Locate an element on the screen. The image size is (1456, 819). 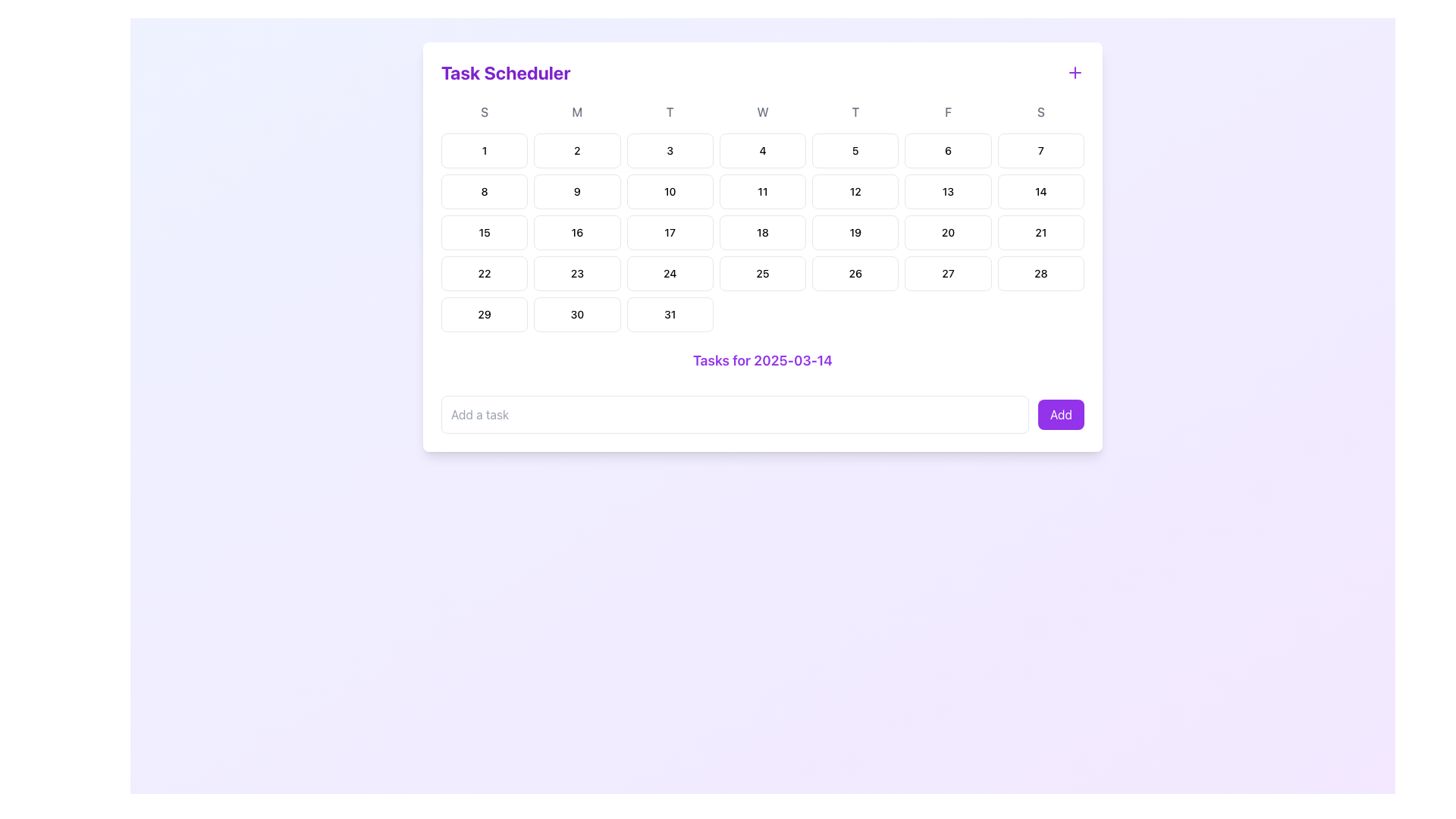
the button labeled '31', which is a rectangular button with rounded corners, white background, and contains the text '31' in black font, located in the bottom-right corner of the calendar grid is located at coordinates (669, 314).